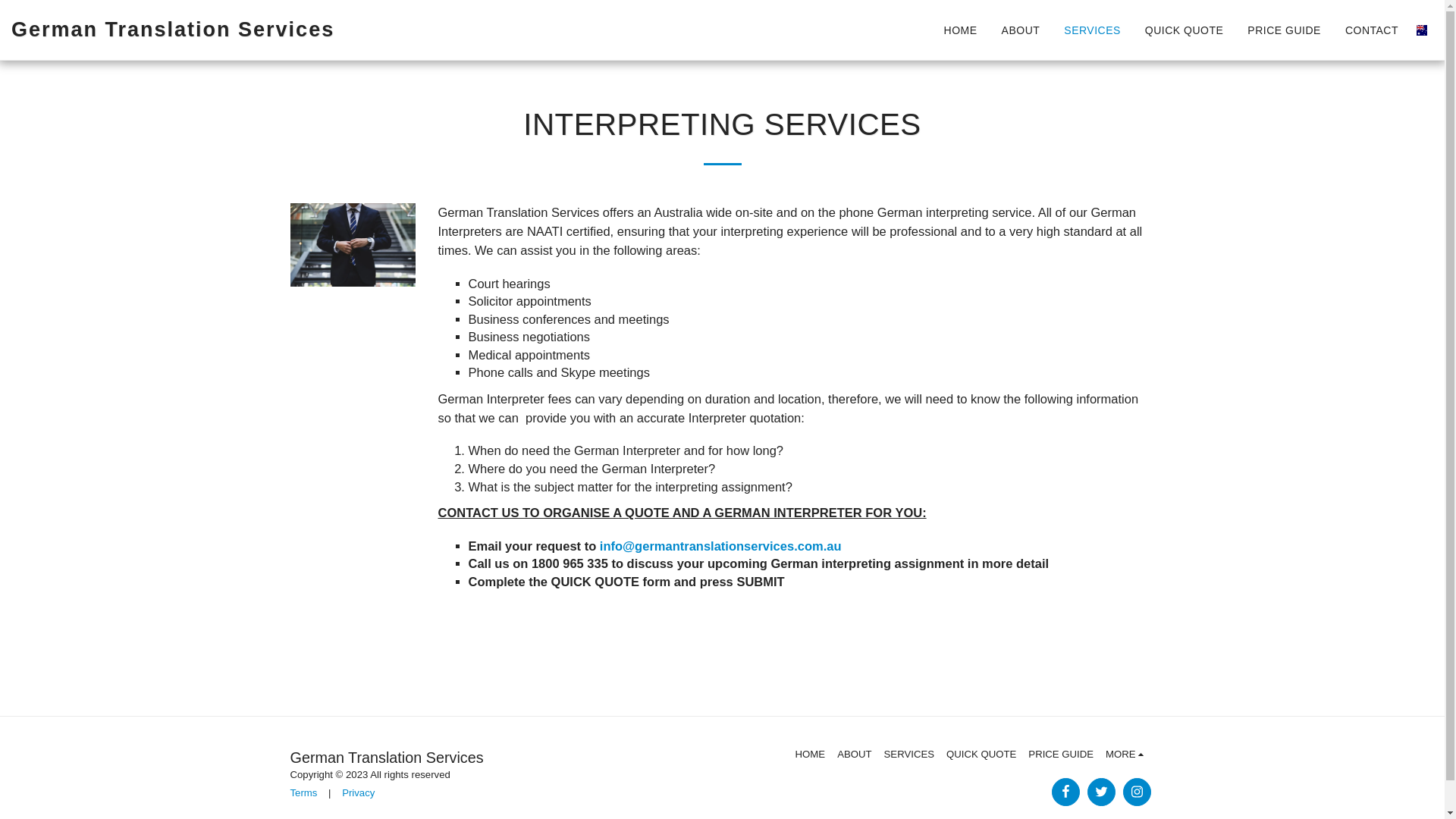 The image size is (1456, 819). I want to click on 'German Translation Services', so click(172, 30).